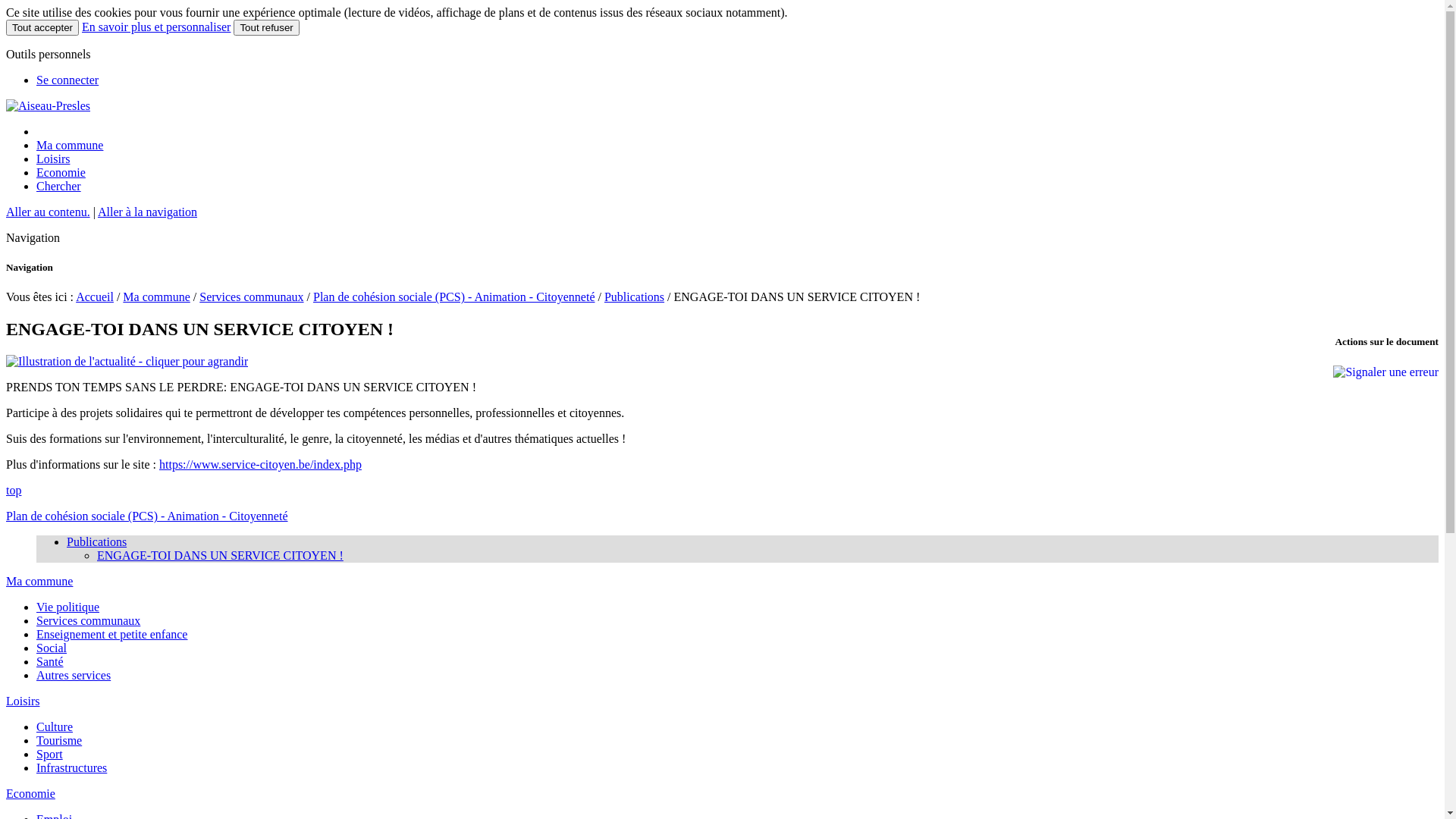 This screenshot has height=819, width=1456. What do you see at coordinates (260, 463) in the screenshot?
I see `'https://www.service-citoyen.be/index.php'` at bounding box center [260, 463].